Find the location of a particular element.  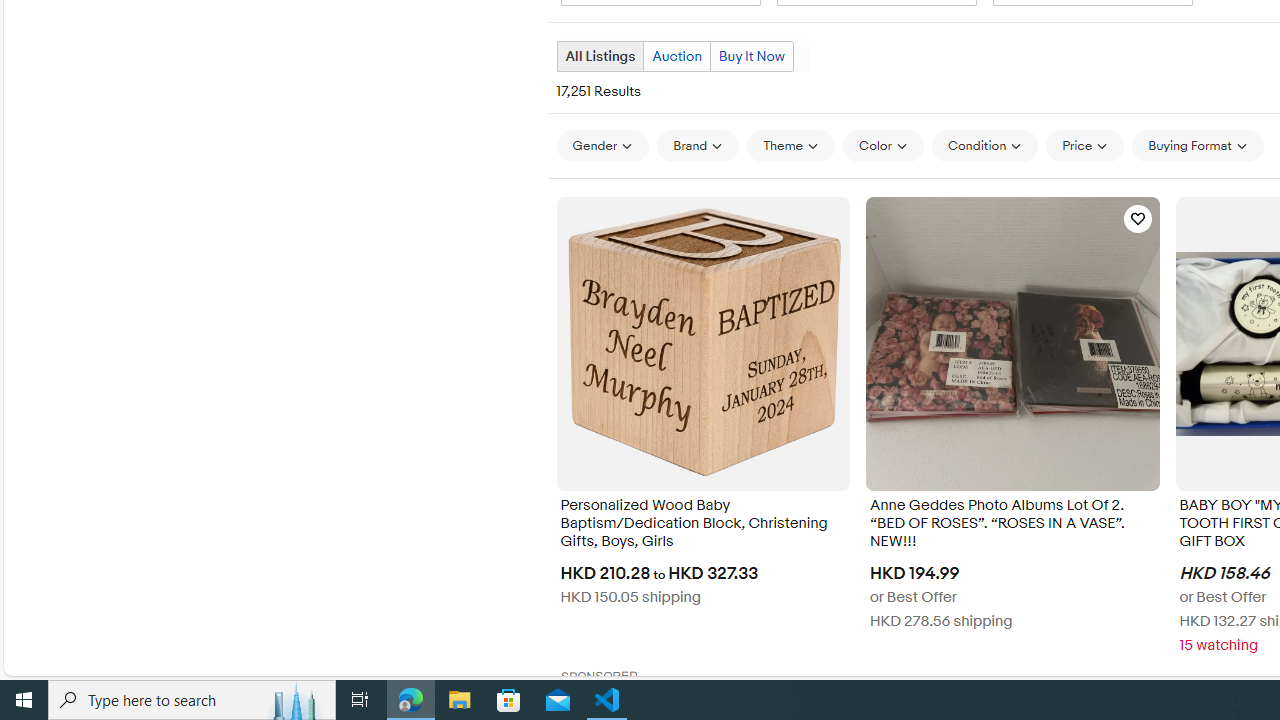

'Color' is located at coordinates (882, 145).